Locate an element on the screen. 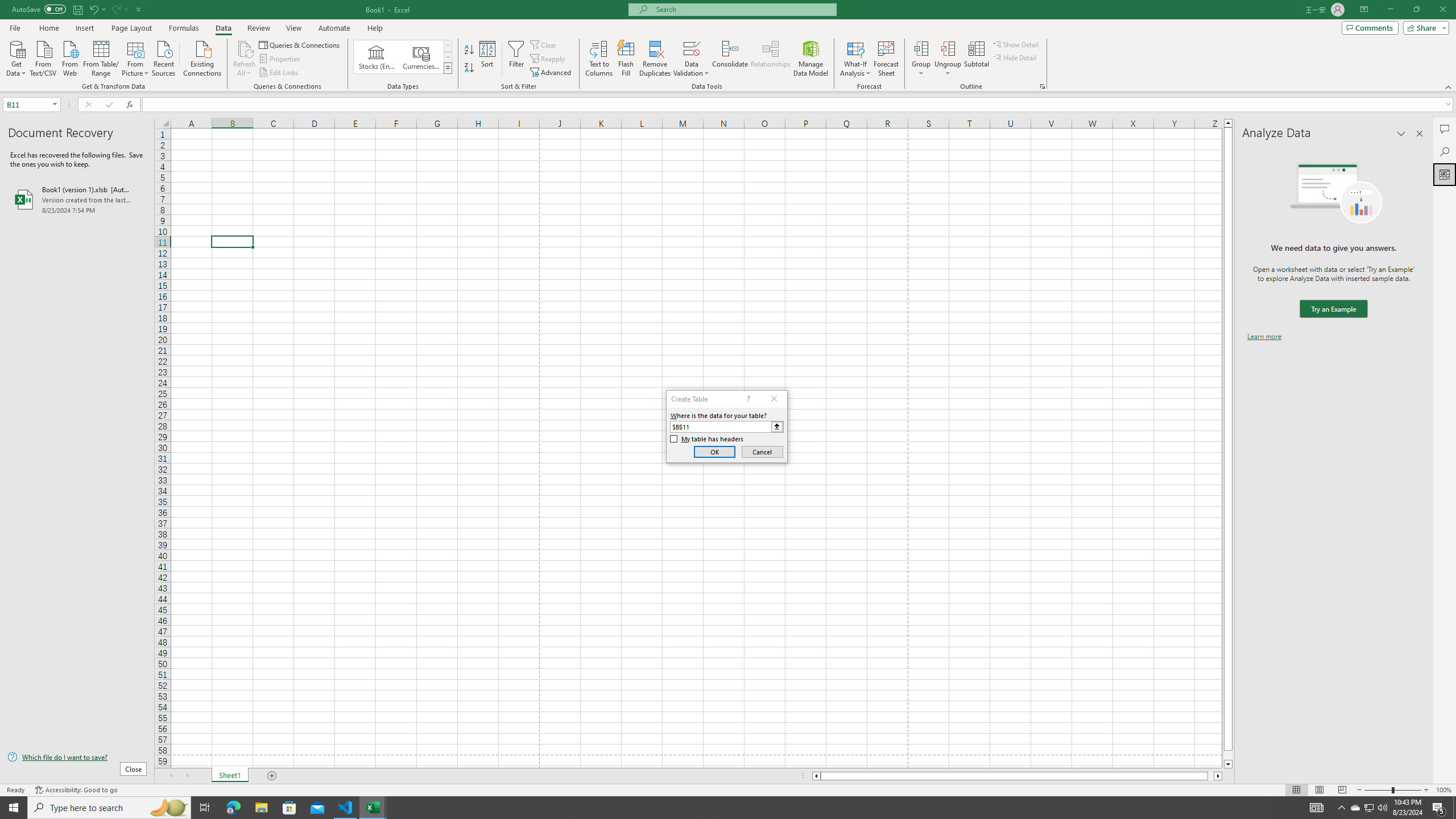 The height and width of the screenshot is (819, 1456). 'From Web' is located at coordinates (69, 57).